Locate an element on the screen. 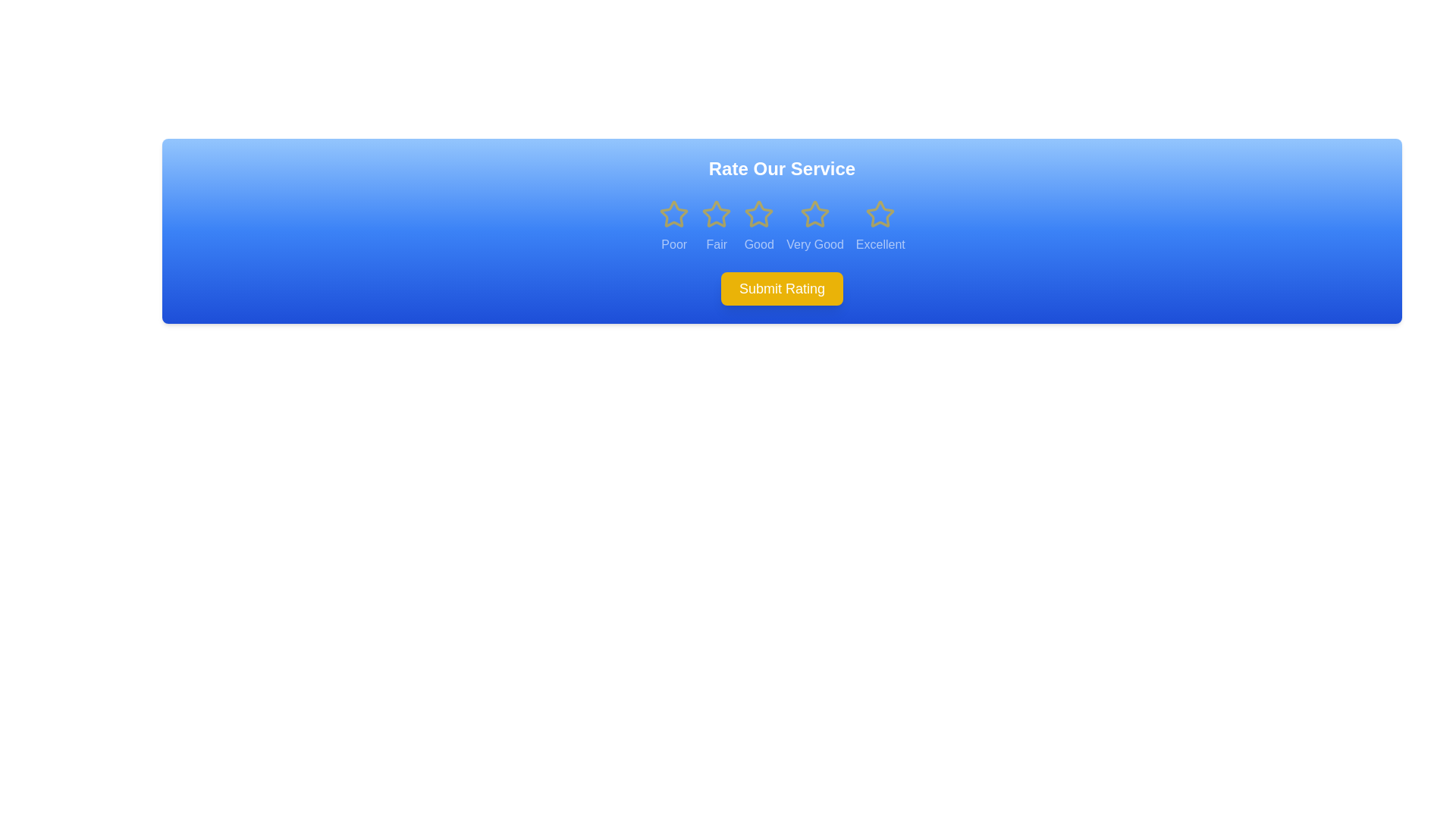  the text label displaying 'Poor' which is positioned below the first star in the rating interface is located at coordinates (673, 244).